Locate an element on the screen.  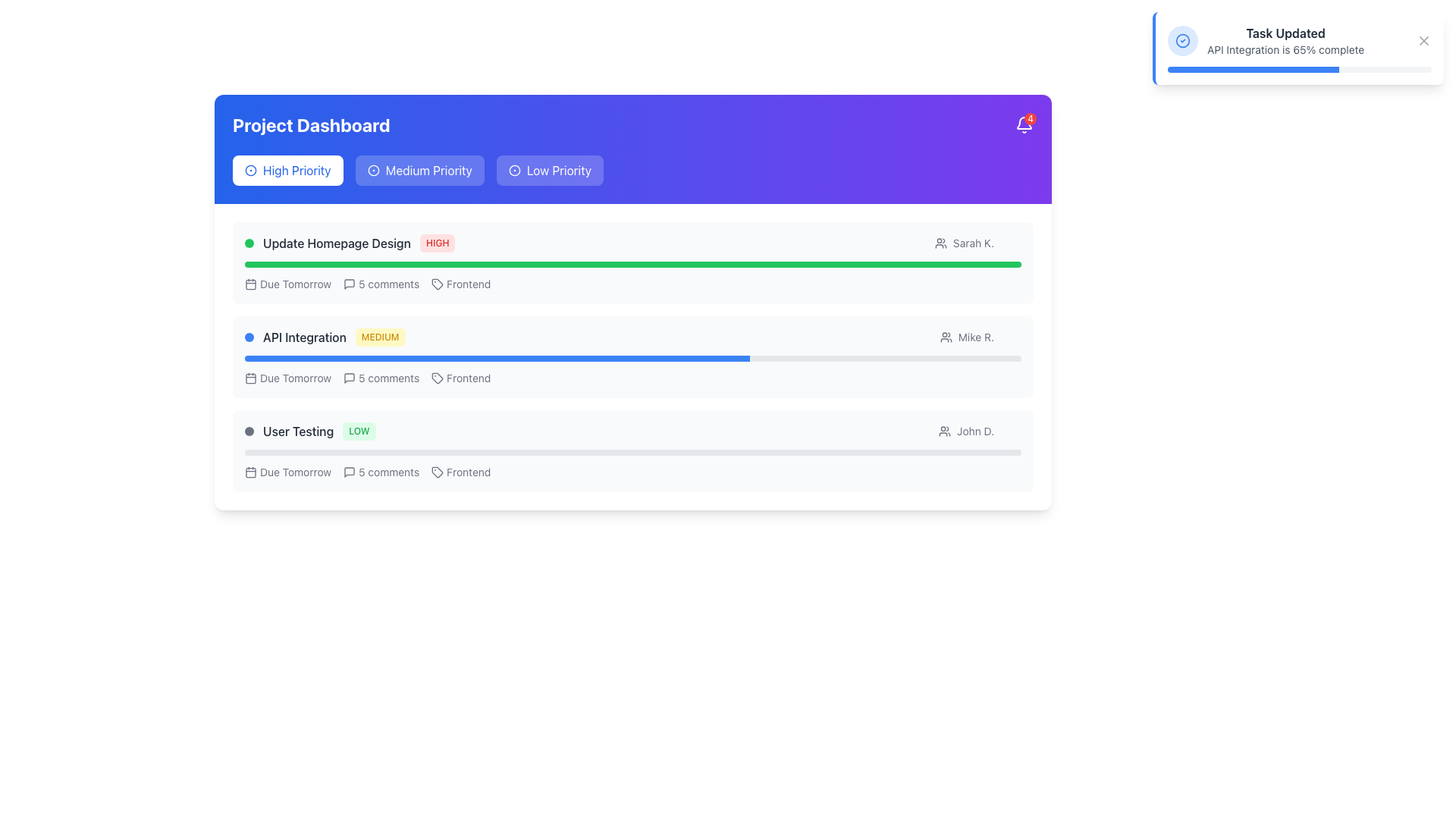
the state of the circular icon within the 'High Priority' button, which is located to the left side of the button is located at coordinates (251, 170).